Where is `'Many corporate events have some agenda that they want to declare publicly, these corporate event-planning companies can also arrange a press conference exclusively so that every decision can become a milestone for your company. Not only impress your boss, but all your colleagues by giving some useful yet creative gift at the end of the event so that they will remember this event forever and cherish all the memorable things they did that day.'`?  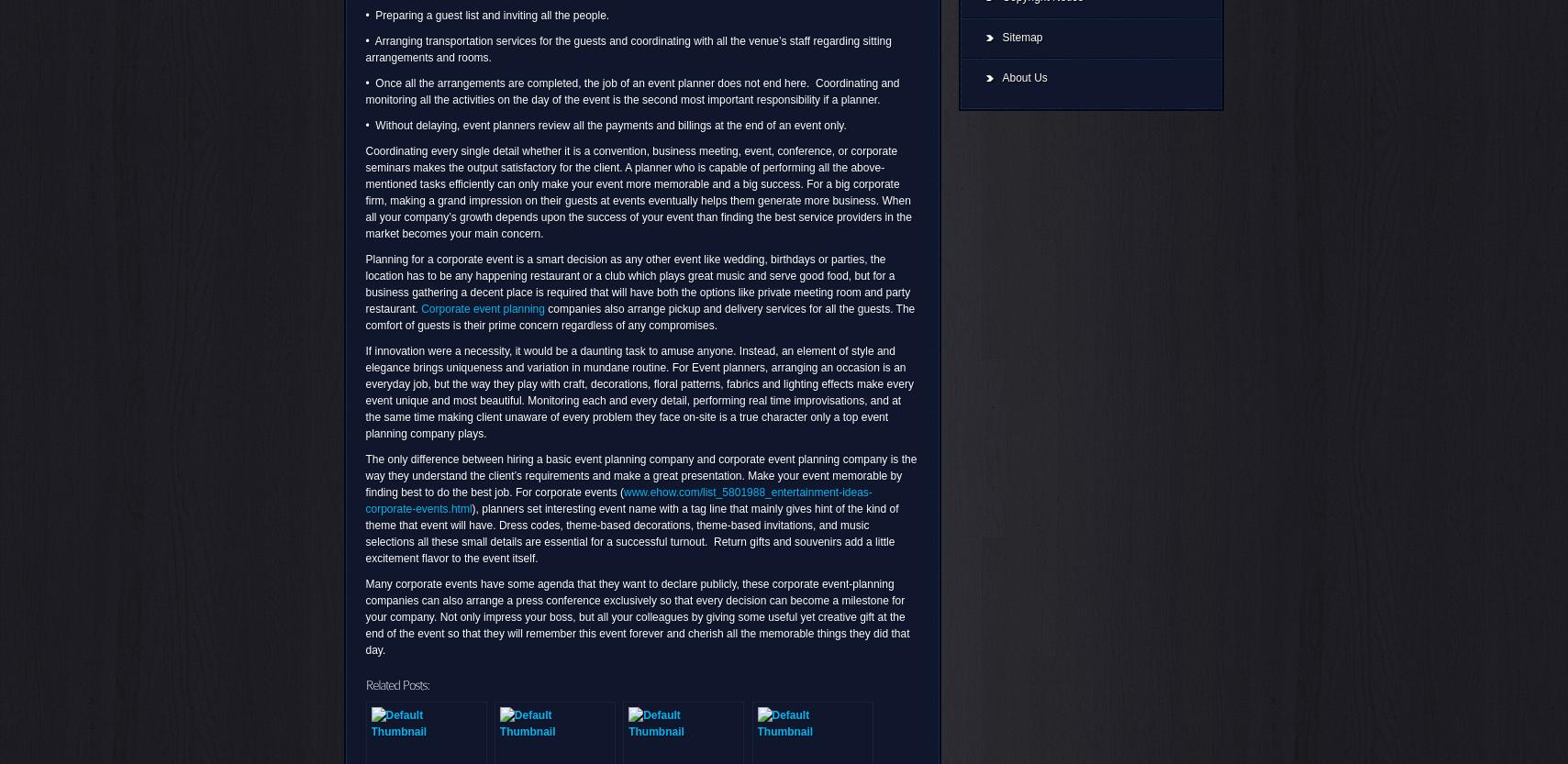 'Many corporate events have some agenda that they want to declare publicly, these corporate event-planning companies can also arrange a press conference exclusively so that every decision can become a milestone for your company. Not only impress your boss, but all your colleagues by giving some useful yet creative gift at the end of the event so that they will remember this event forever and cherish all the memorable things they did that day.' is located at coordinates (364, 615).